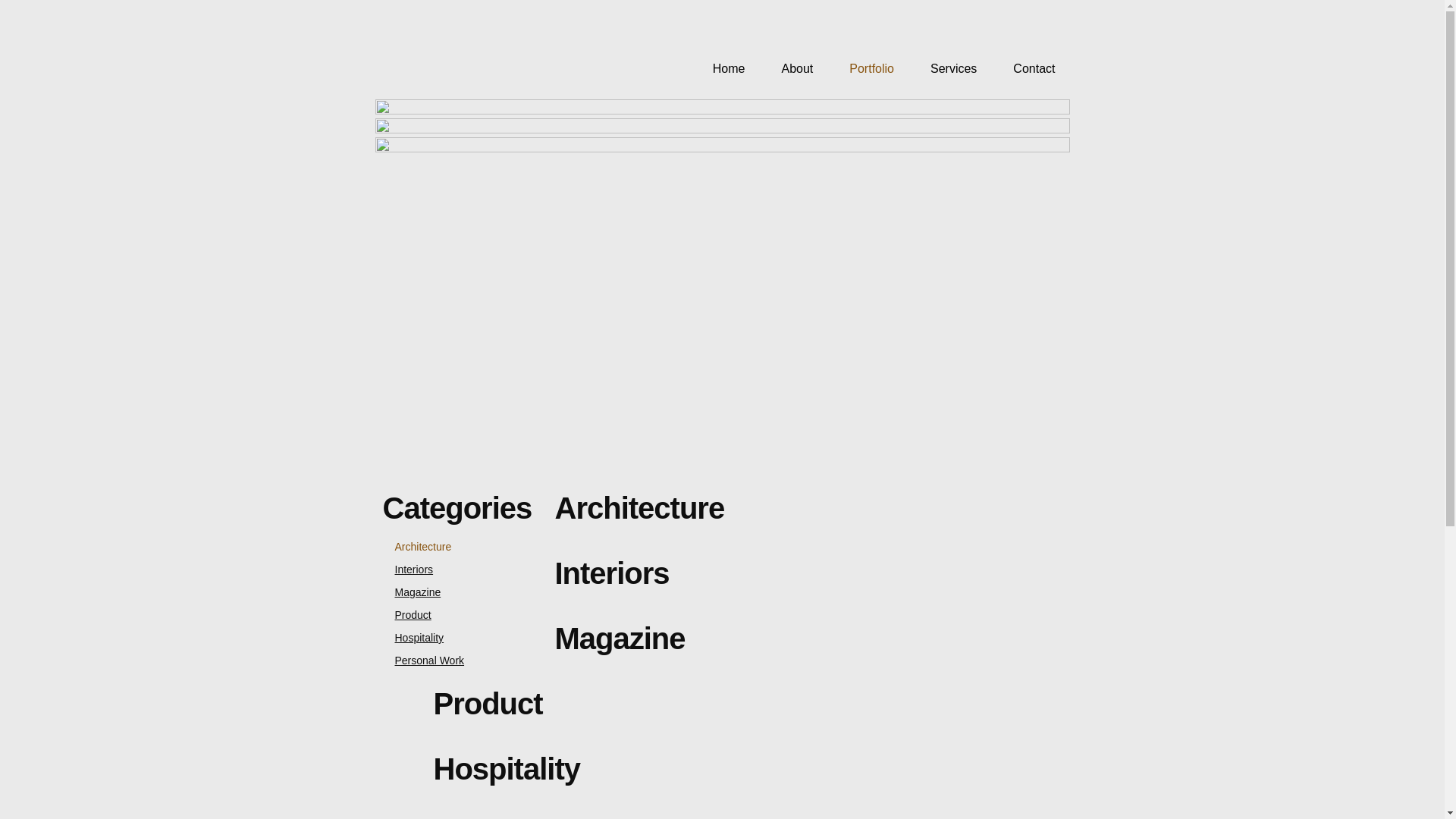  I want to click on 'Portfolio', so click(864, 69).